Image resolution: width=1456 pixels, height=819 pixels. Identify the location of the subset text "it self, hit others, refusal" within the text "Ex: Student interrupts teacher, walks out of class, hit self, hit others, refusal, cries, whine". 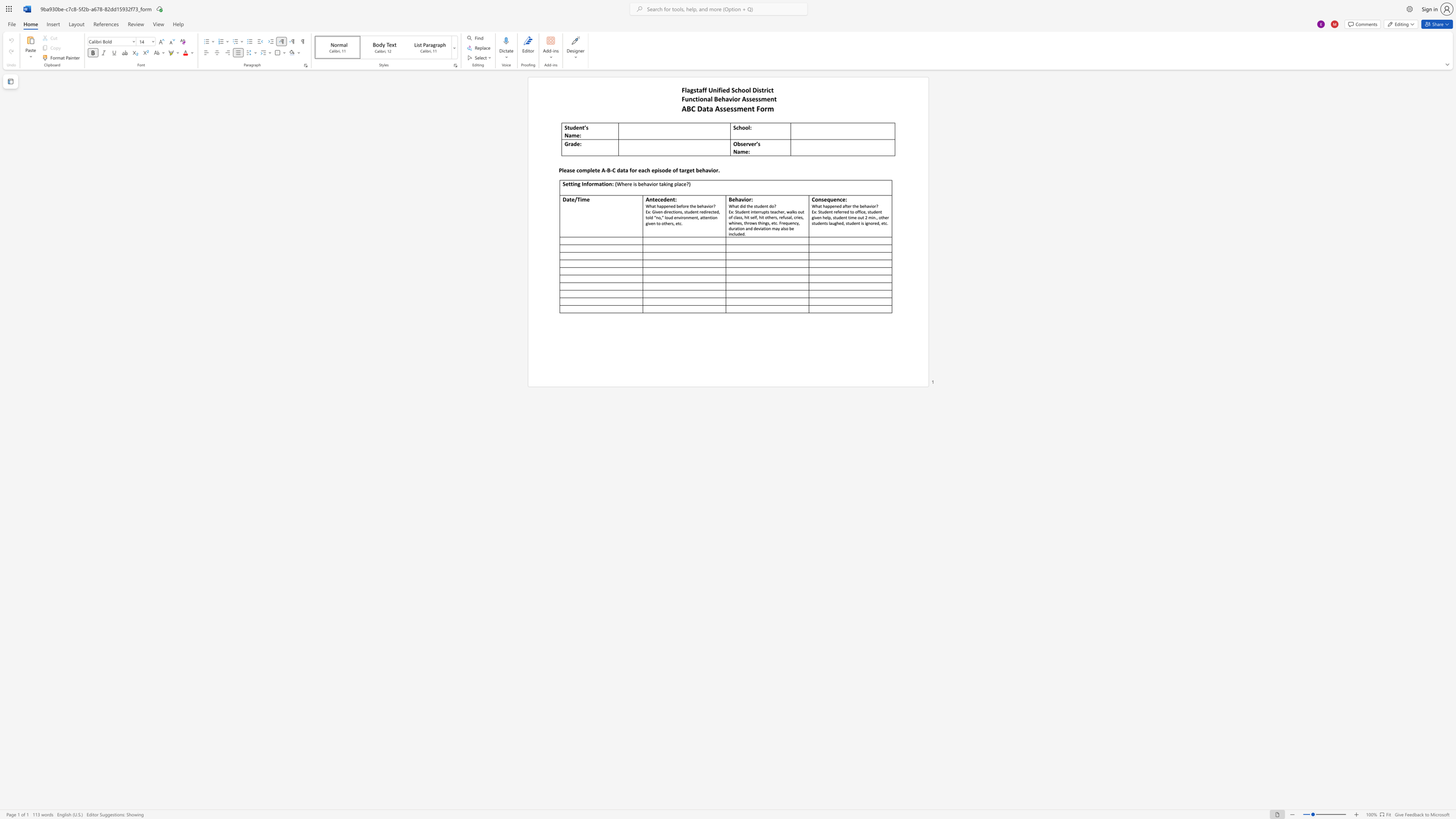
(746, 217).